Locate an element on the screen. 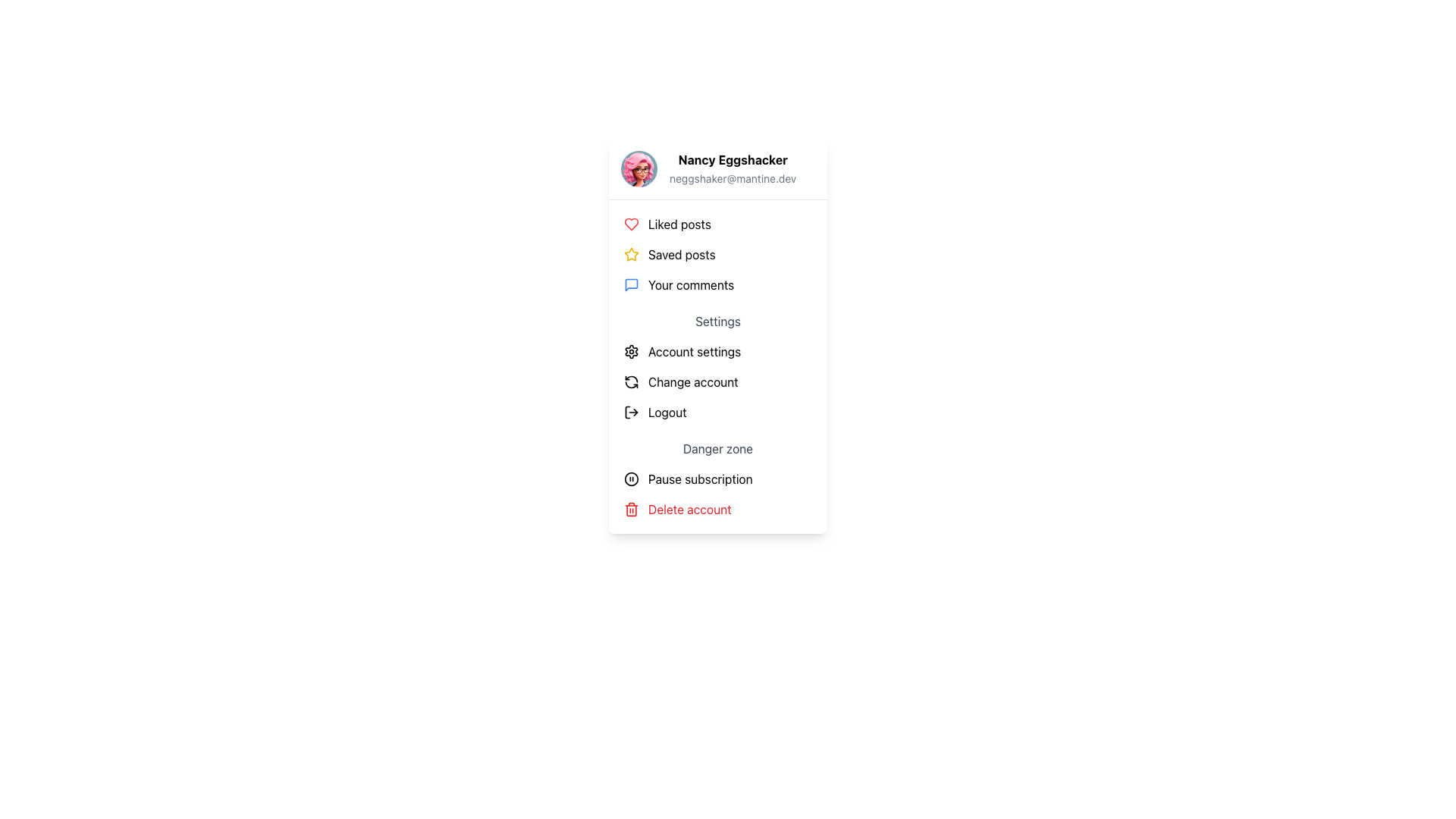  the interactive menu list item labeled 'Your comments', which features a blue outline speech bubble icon is located at coordinates (717, 284).